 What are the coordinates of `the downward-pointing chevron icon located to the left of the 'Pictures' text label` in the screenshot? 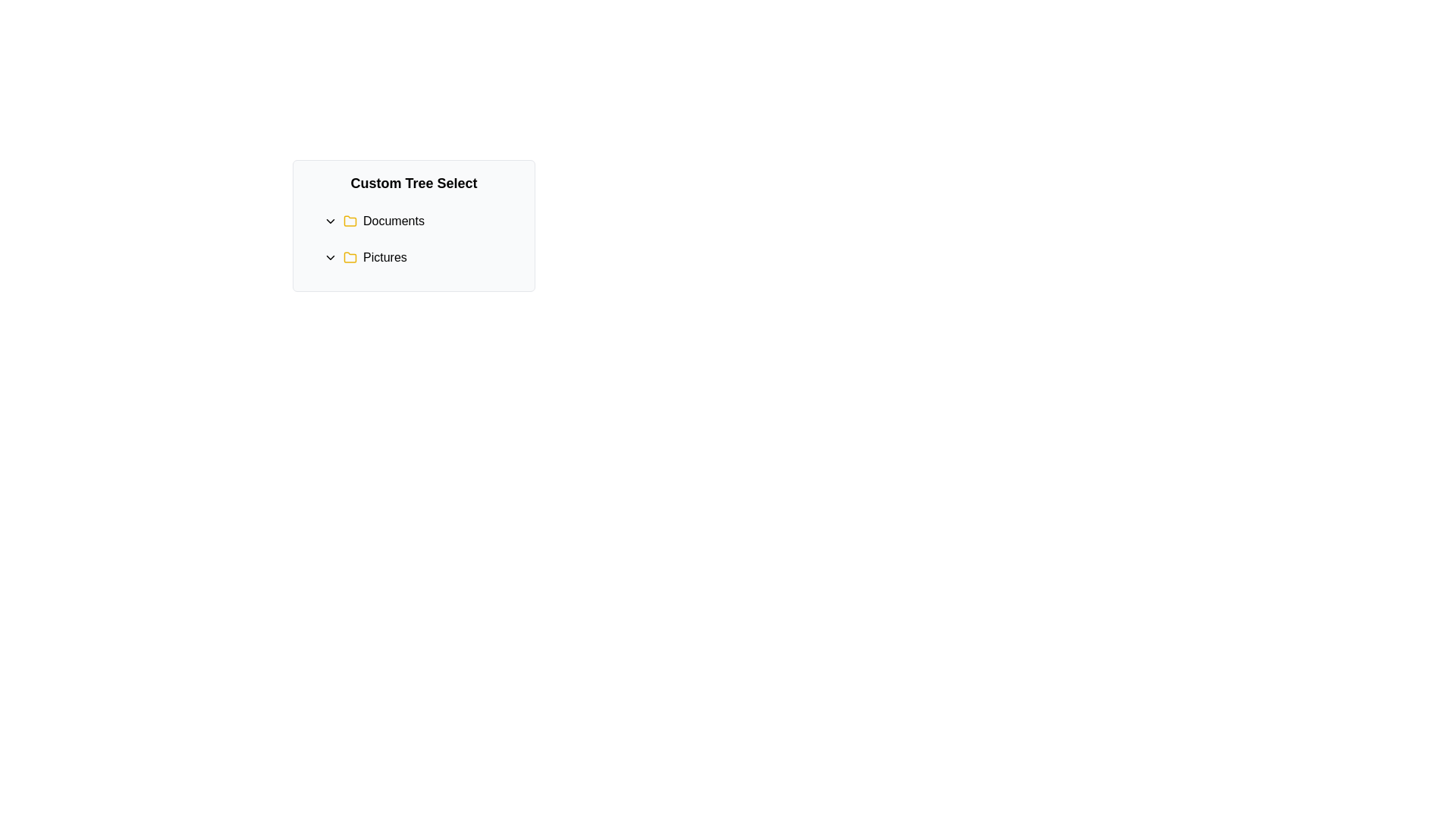 It's located at (330, 256).